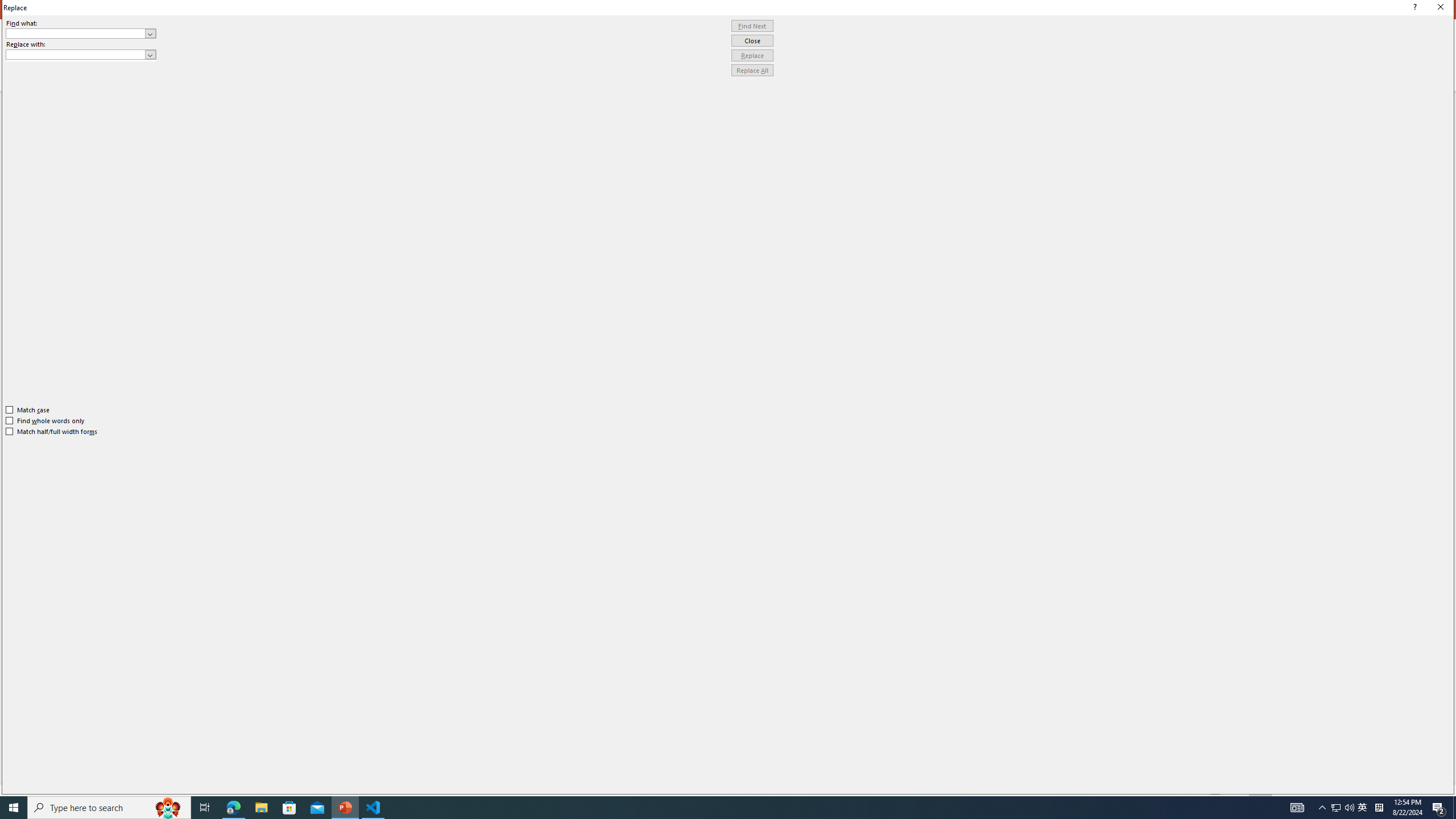 This screenshot has height=819, width=1456. I want to click on 'Replace', so click(752, 55).